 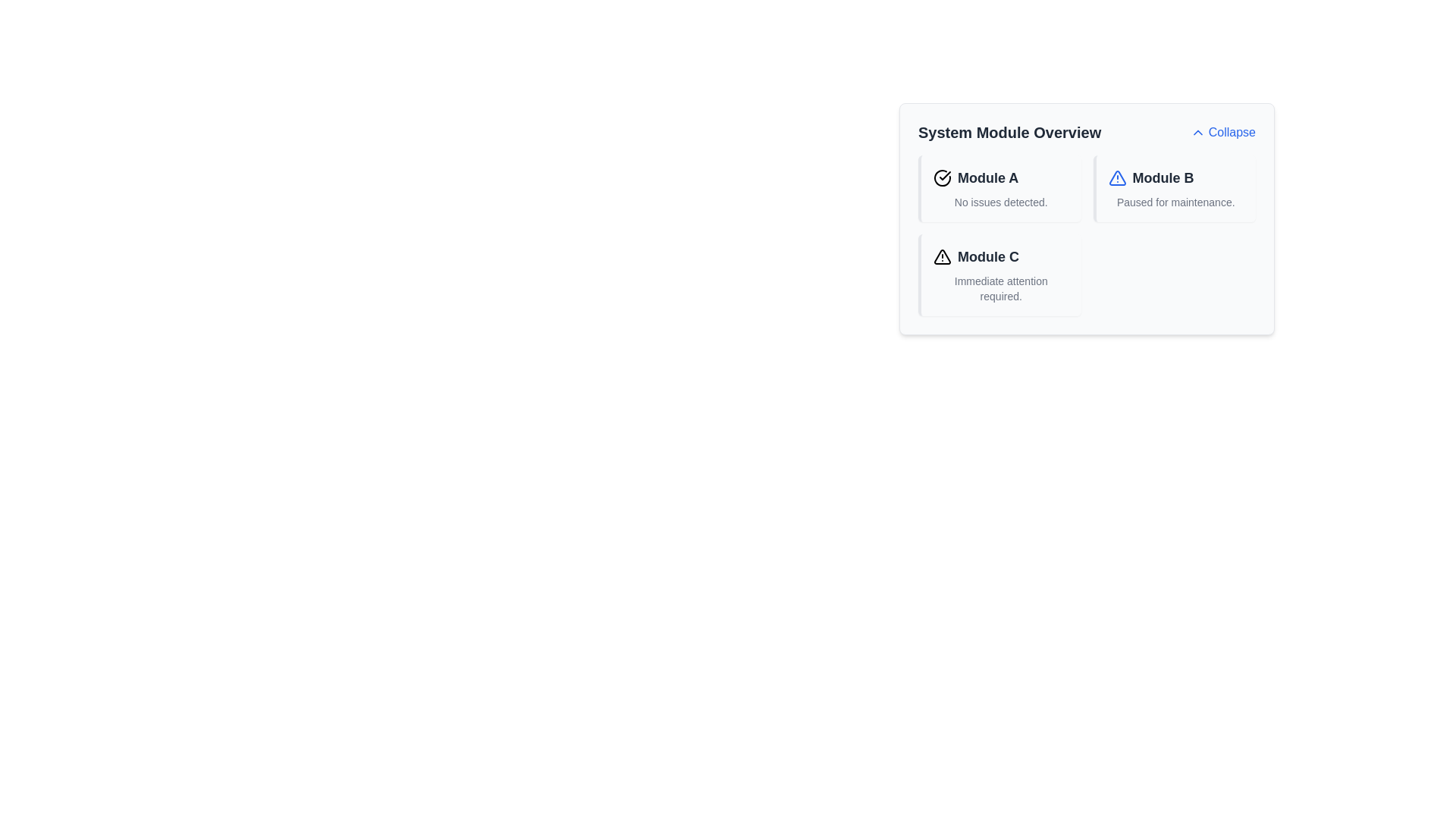 I want to click on text from the Text Label displaying 'No issues detected.' located in the bottom section of the notification card for 'Module A', so click(x=1001, y=201).